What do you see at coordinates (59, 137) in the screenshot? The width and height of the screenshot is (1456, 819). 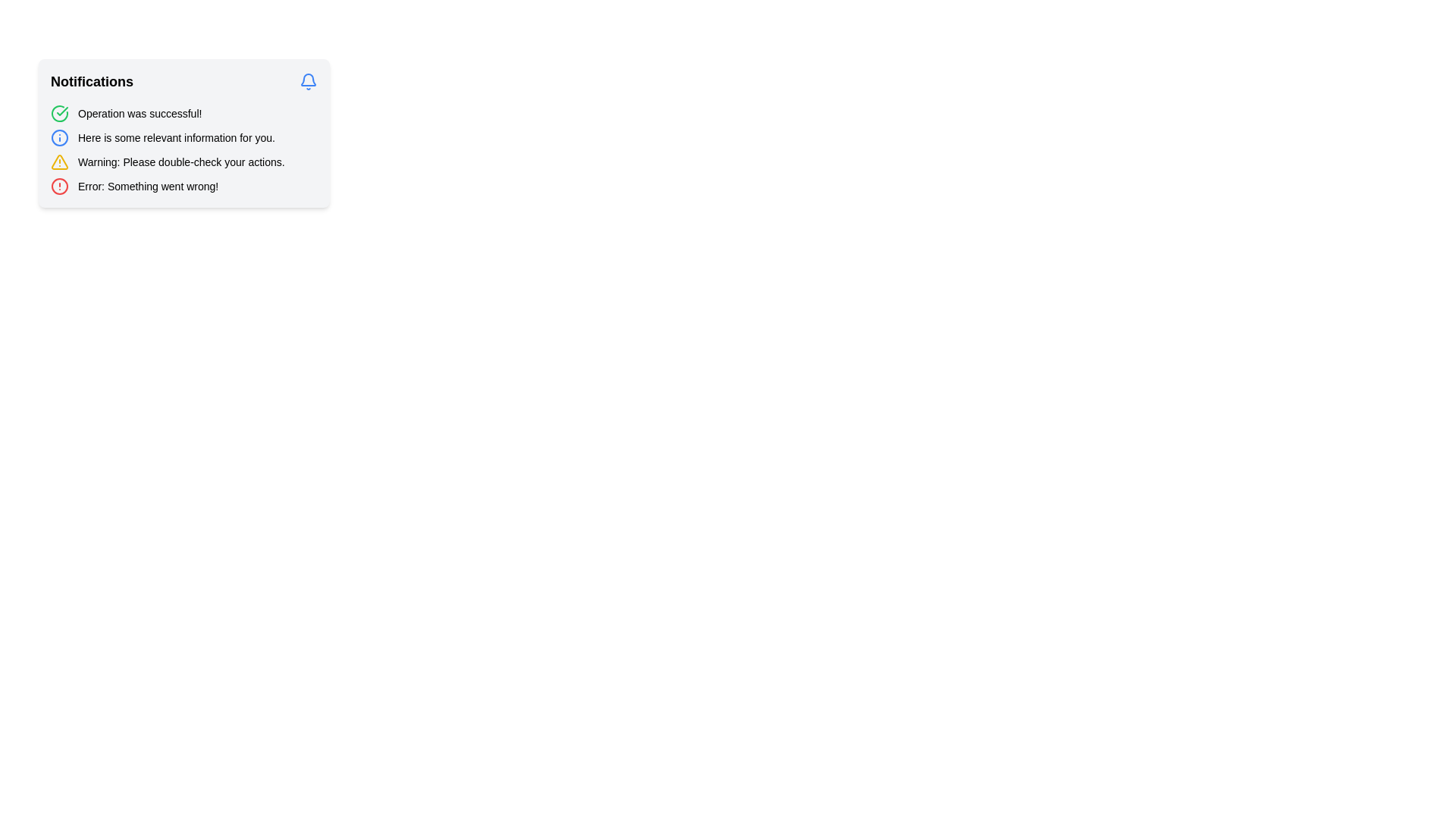 I see `the informational icon located to the left of the text 'Here is some relevant information for you.' in the second row of the notification list` at bounding box center [59, 137].